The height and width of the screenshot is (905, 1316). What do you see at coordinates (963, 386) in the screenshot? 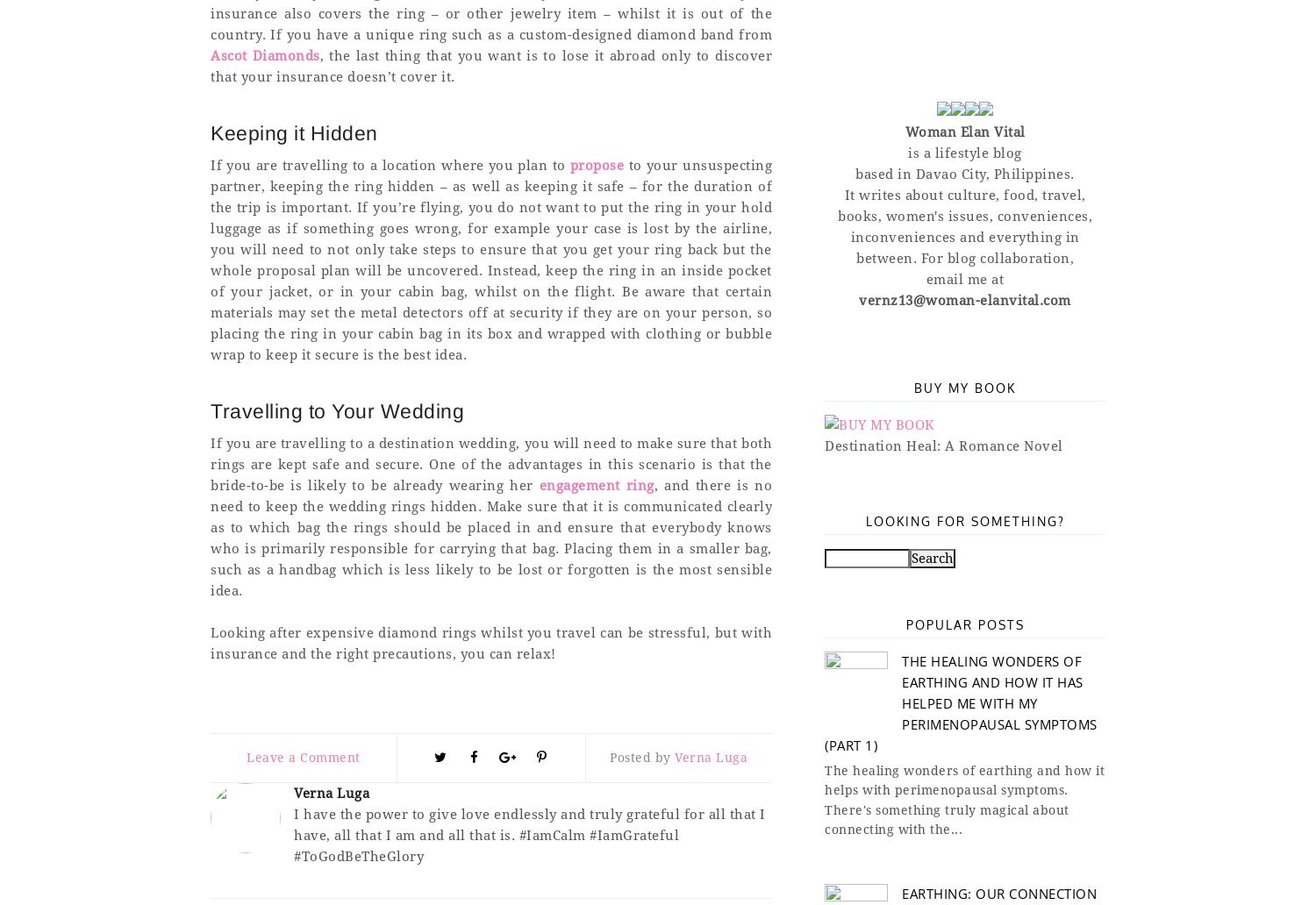
I see `'BUY MY BOOK'` at bounding box center [963, 386].